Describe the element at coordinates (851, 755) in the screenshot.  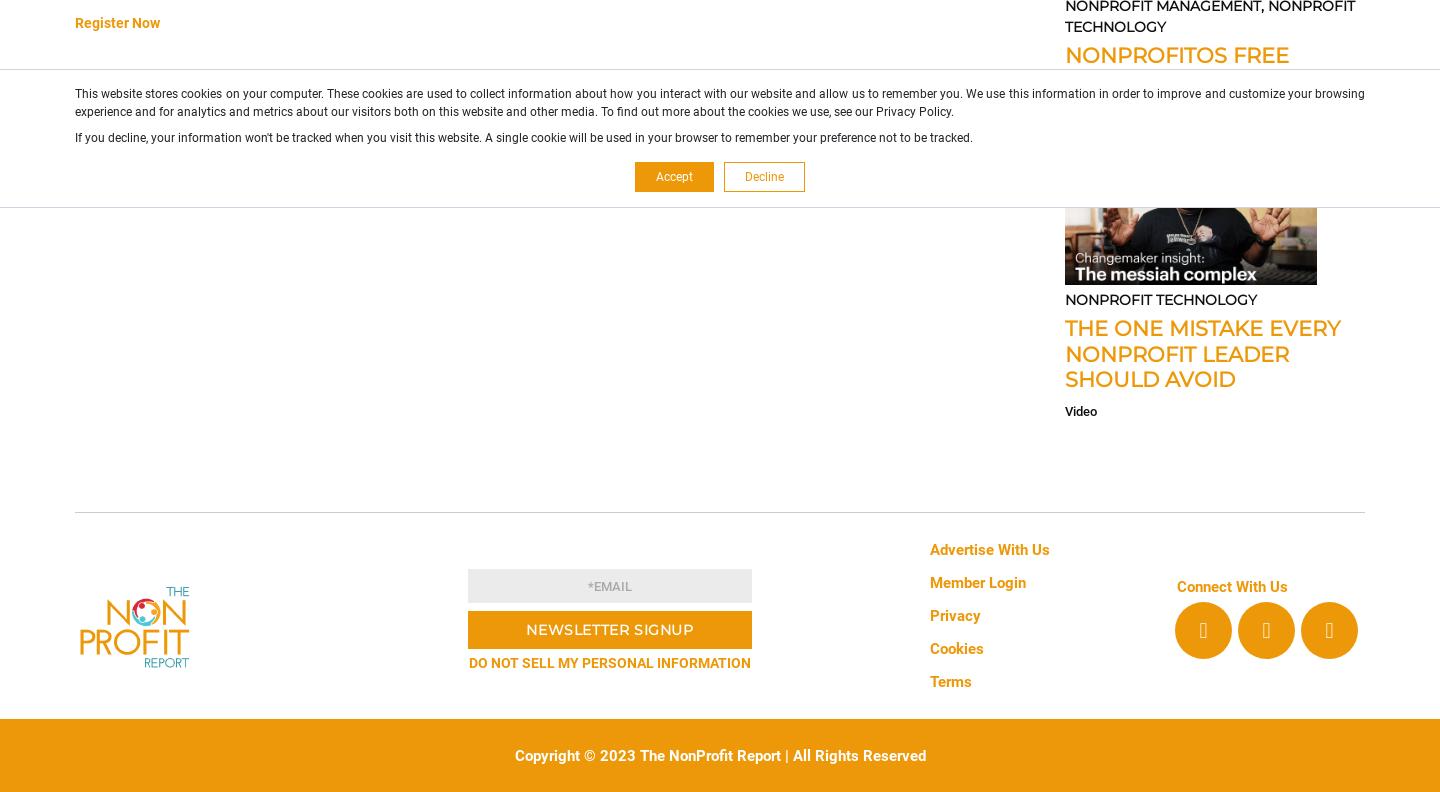
I see `'| All Rights Reserved'` at that location.